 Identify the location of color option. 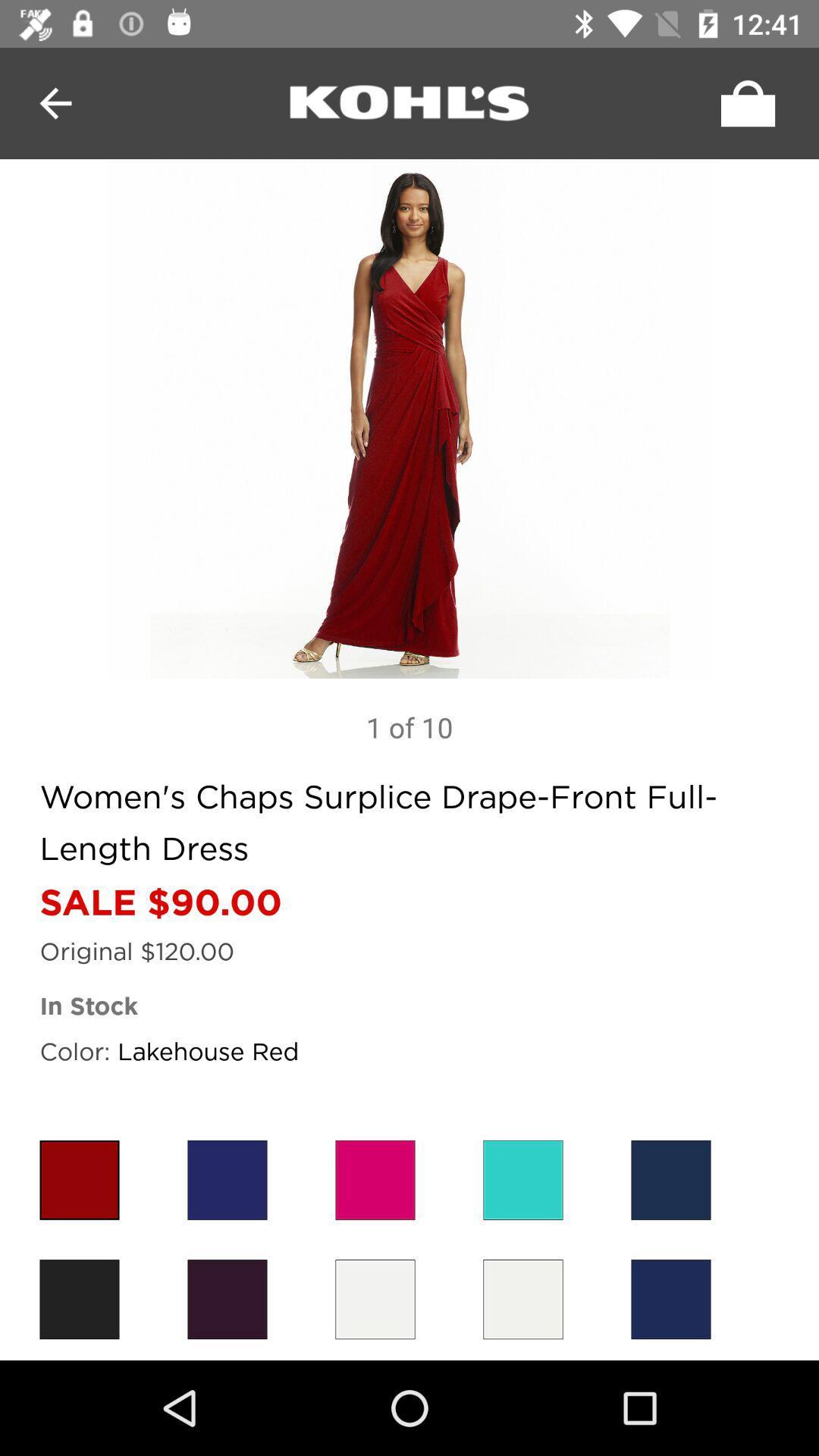
(375, 1179).